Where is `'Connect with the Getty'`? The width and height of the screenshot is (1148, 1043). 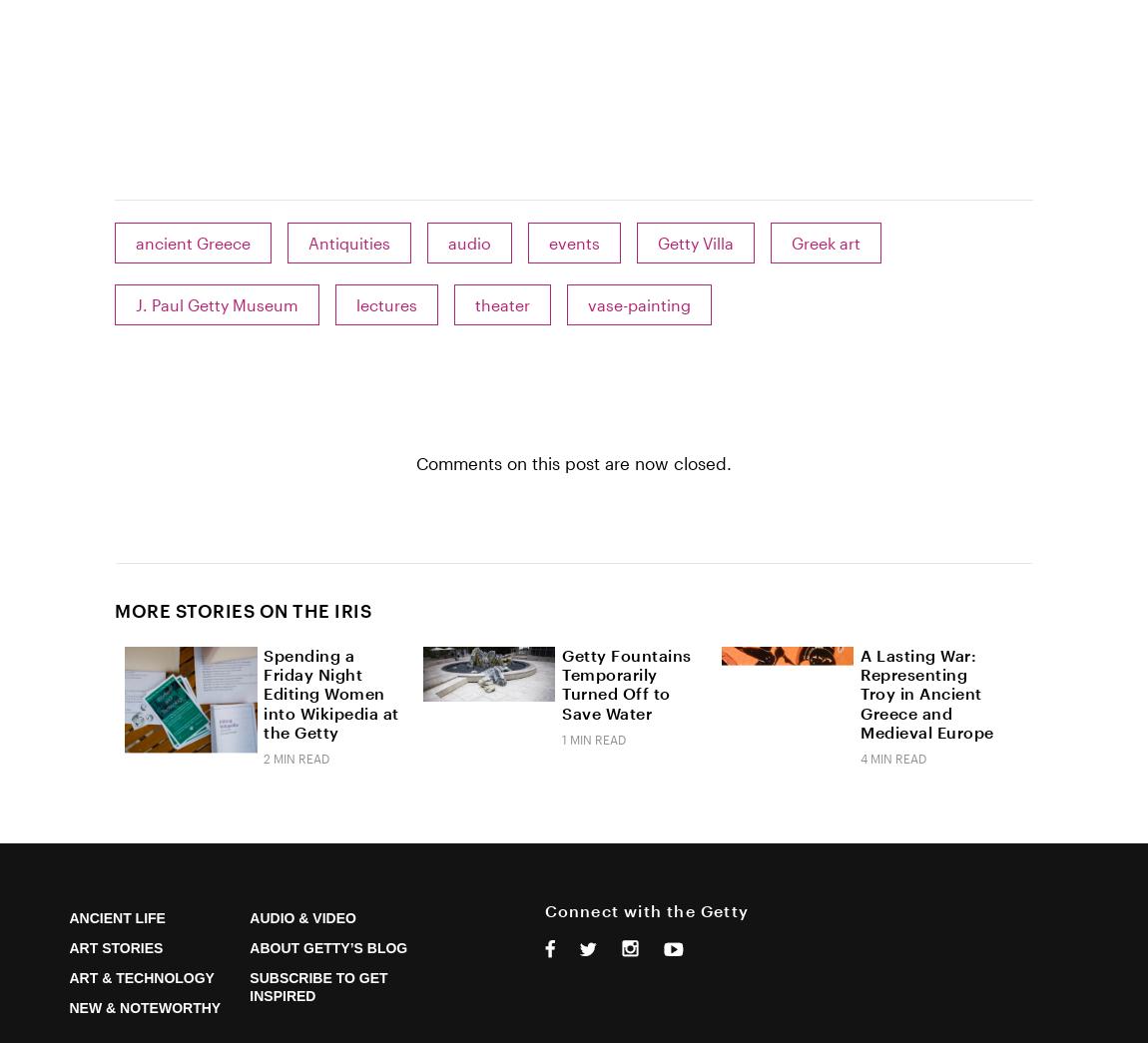
'Connect with the Getty' is located at coordinates (645, 909).